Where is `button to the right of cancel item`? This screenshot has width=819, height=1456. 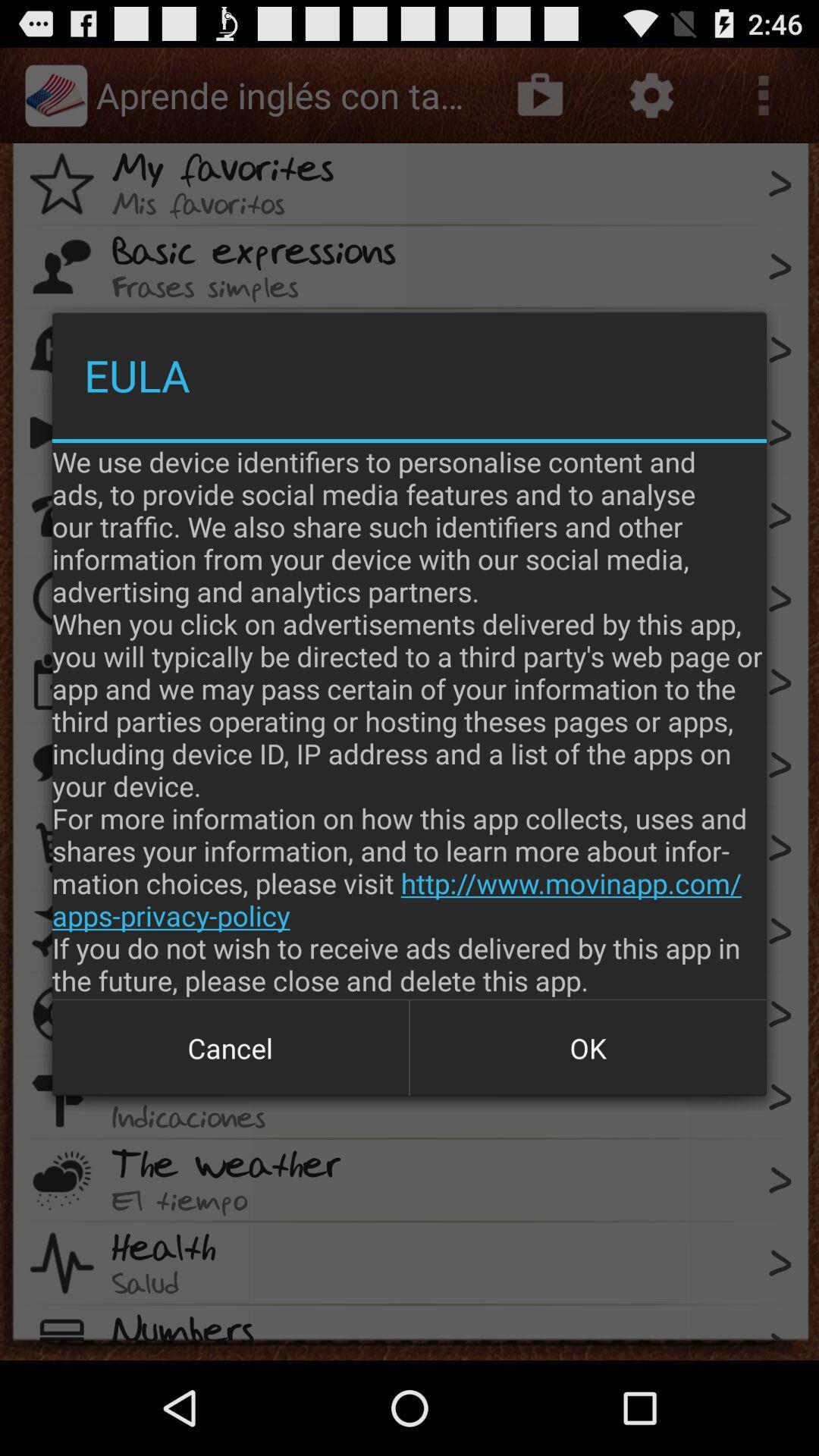 button to the right of cancel item is located at coordinates (587, 1047).